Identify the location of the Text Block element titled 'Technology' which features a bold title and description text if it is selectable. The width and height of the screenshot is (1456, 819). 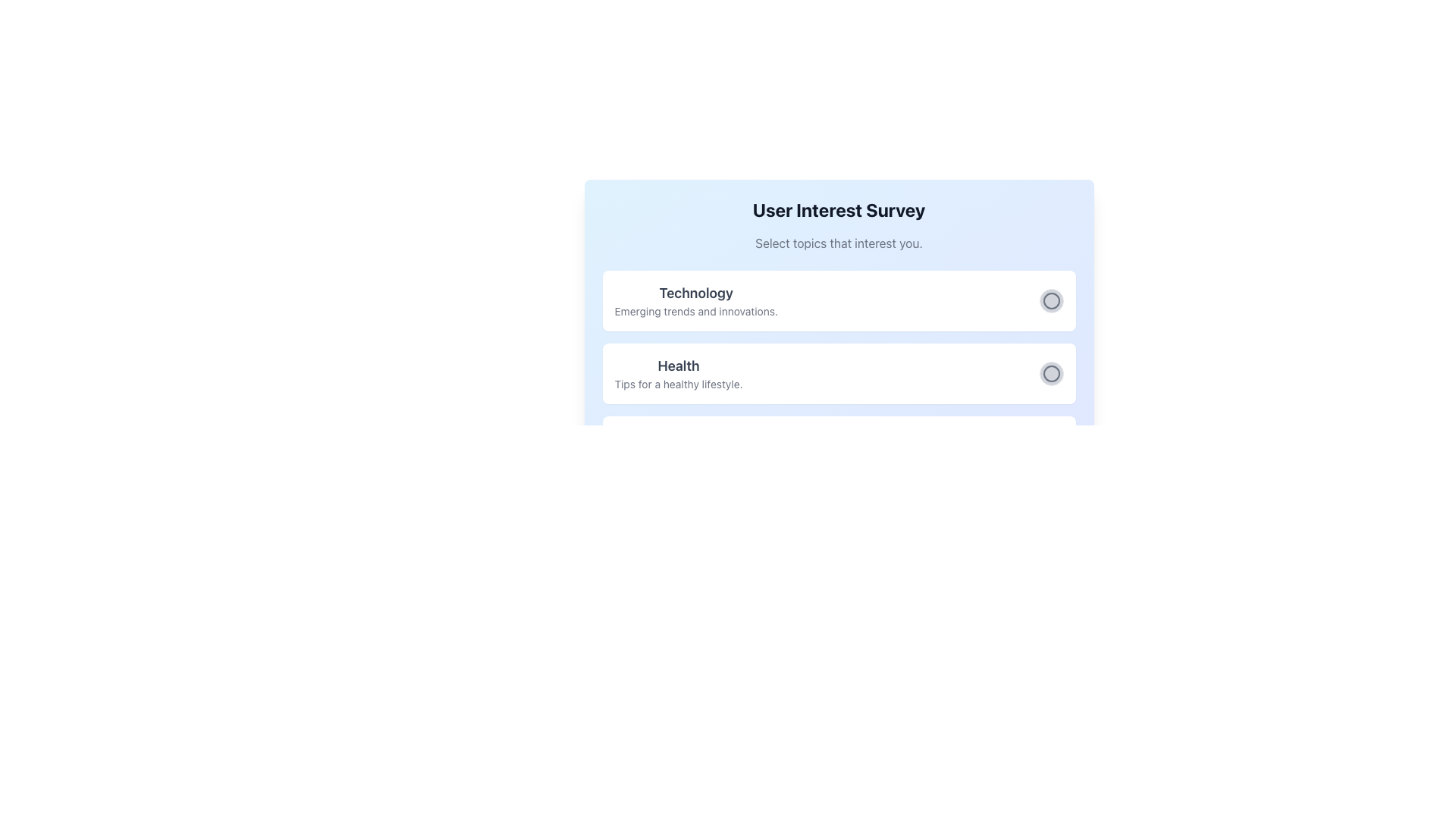
(695, 301).